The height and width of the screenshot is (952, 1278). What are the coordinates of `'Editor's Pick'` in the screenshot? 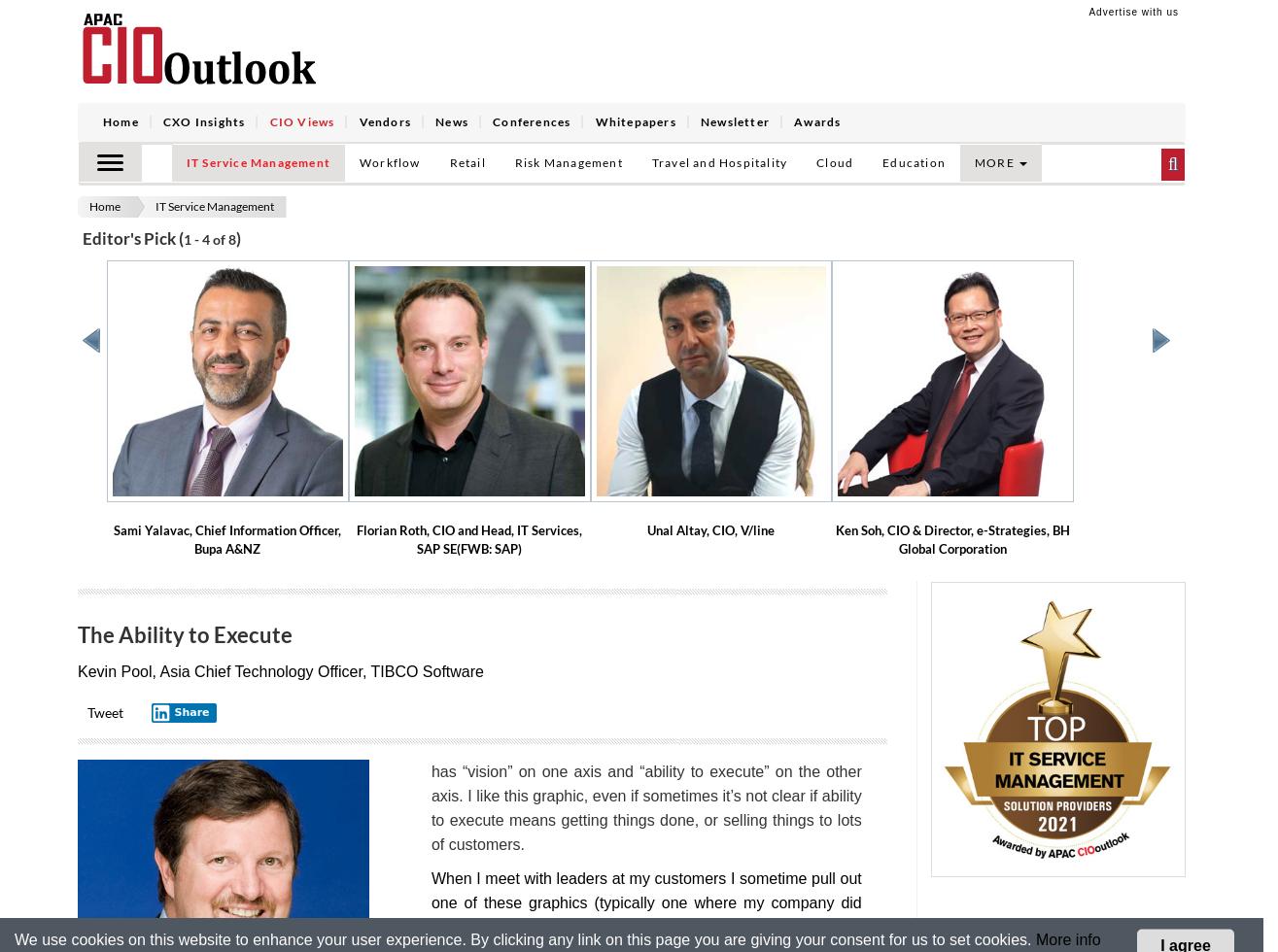 It's located at (130, 237).